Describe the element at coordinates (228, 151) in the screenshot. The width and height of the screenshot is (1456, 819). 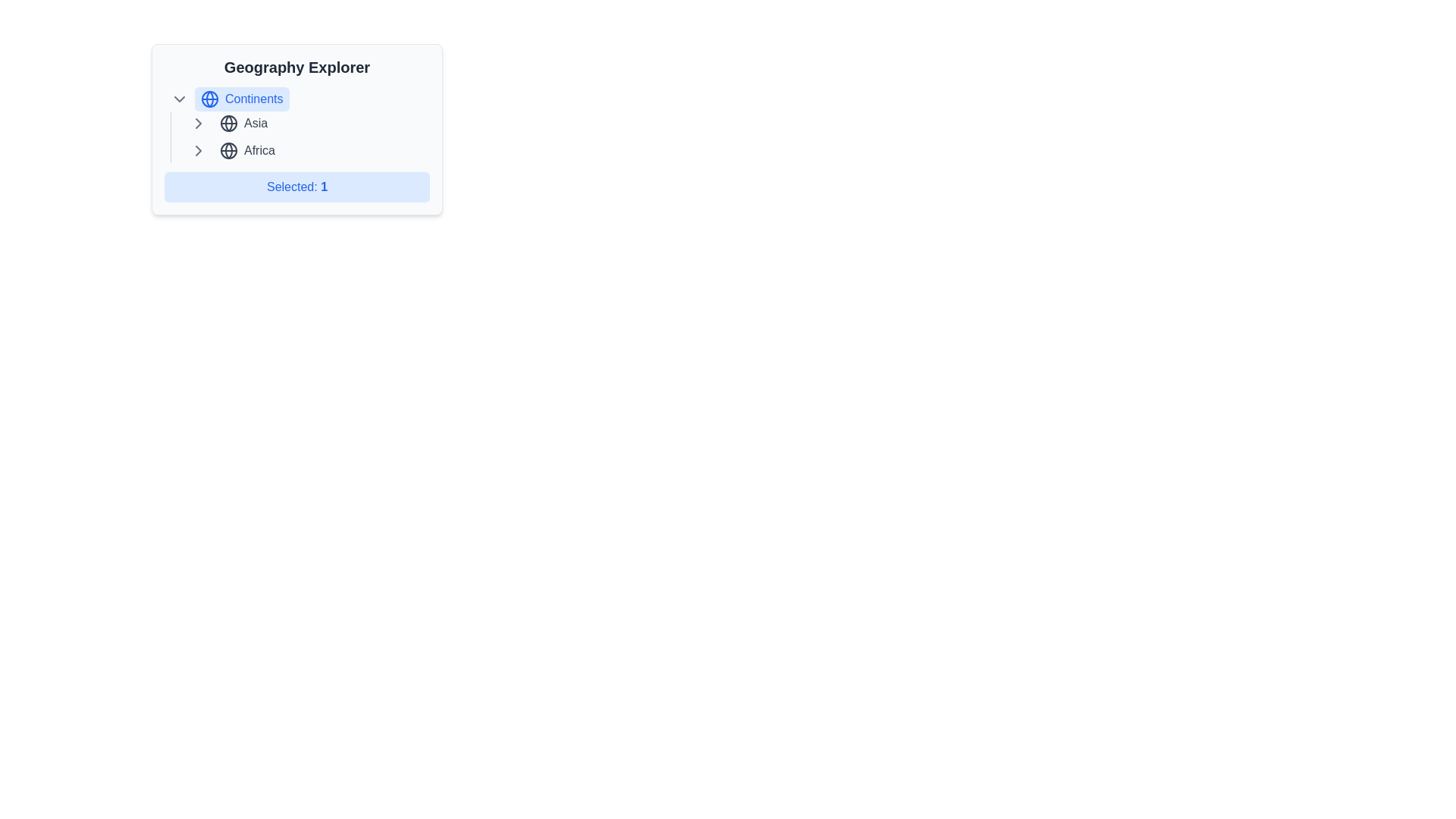
I see `the globe icon located to the left of the text 'Africa'` at that location.